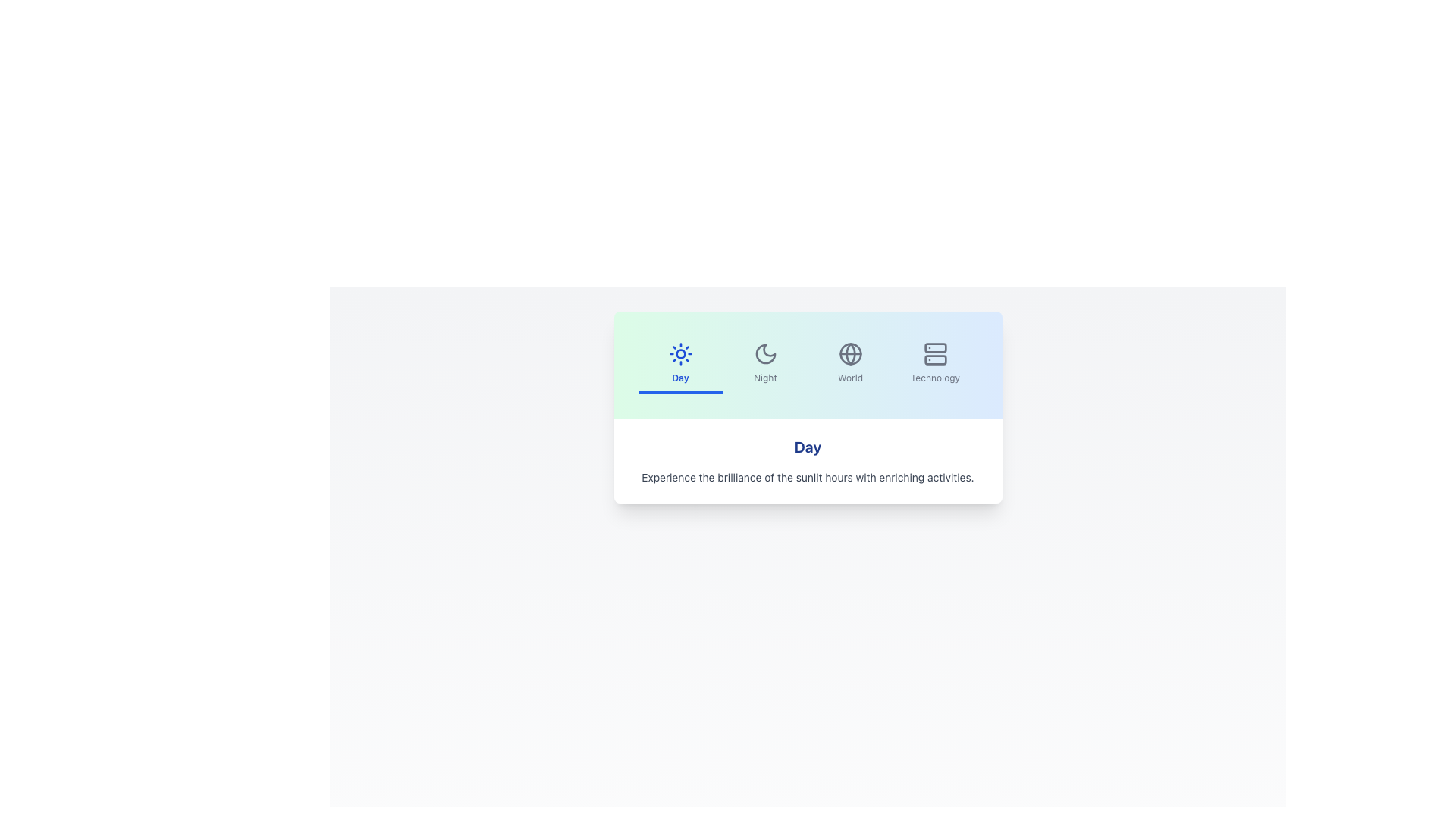 The image size is (1456, 819). I want to click on the central circle of the sun icon, which is located at the leftmost side of the card's top row of icons, so click(679, 353).